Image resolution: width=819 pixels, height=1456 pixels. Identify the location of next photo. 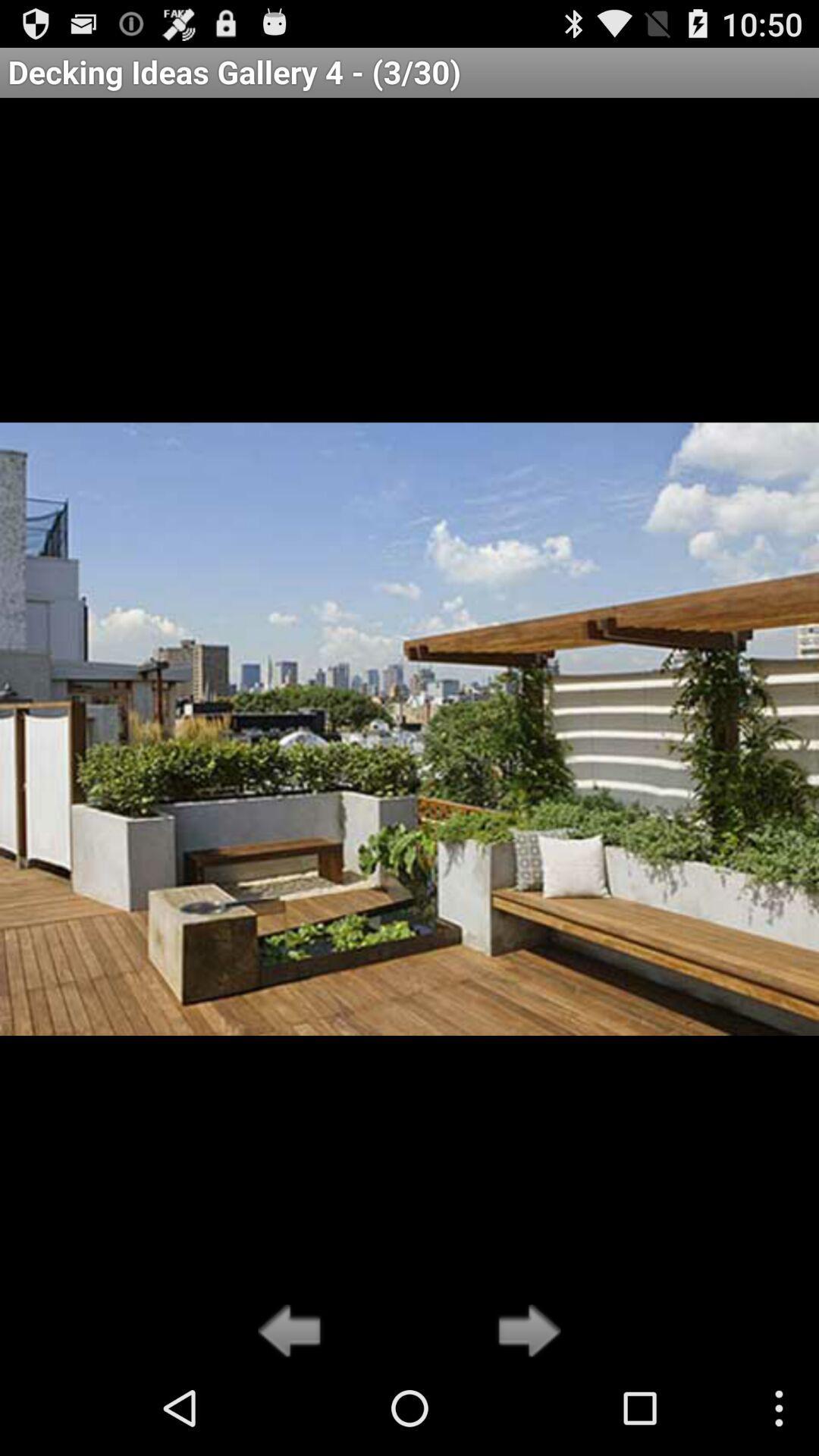
(524, 1332).